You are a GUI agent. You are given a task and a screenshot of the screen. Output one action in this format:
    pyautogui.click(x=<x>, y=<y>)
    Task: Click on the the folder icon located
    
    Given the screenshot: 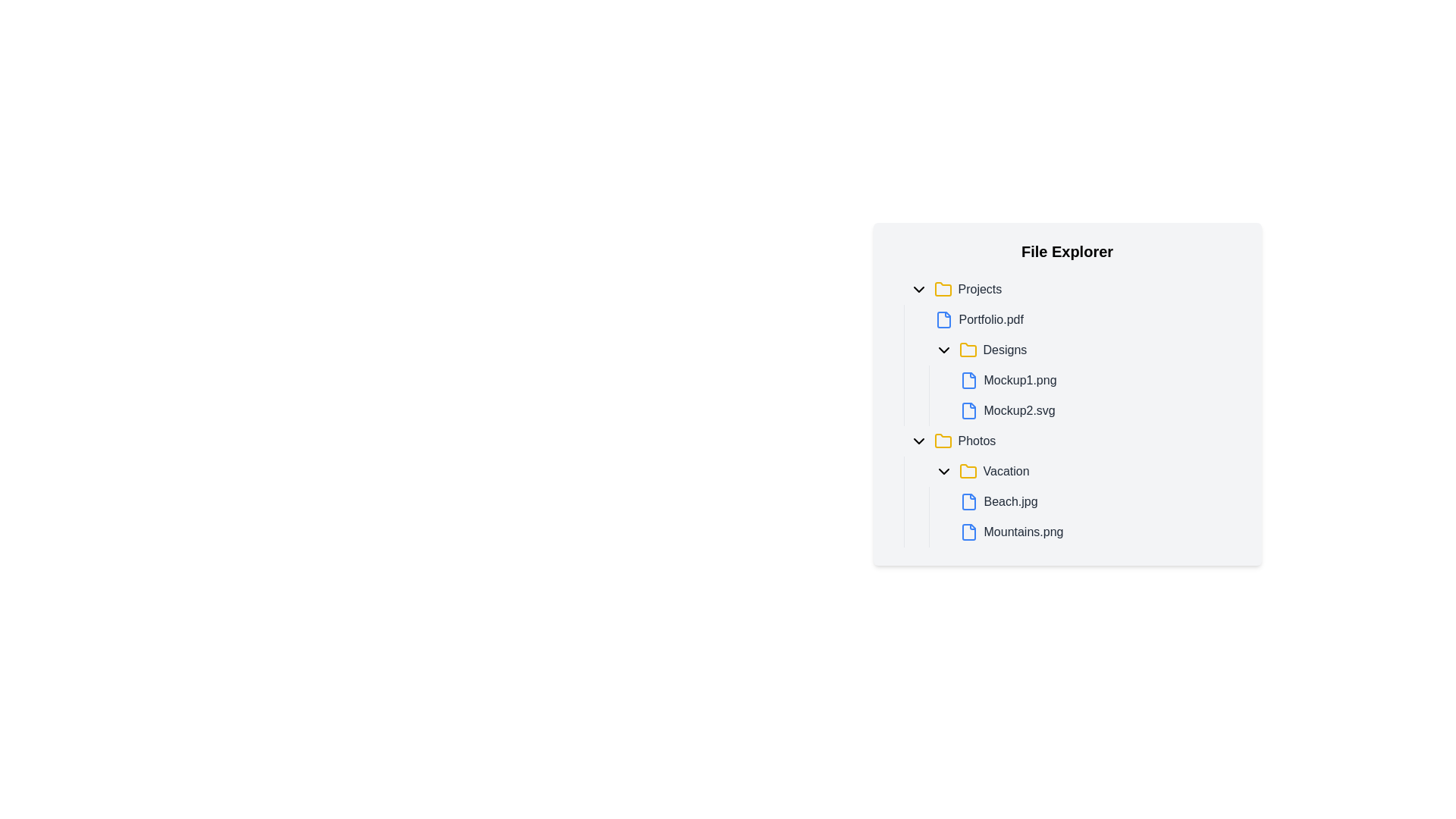 What is the action you would take?
    pyautogui.click(x=942, y=441)
    